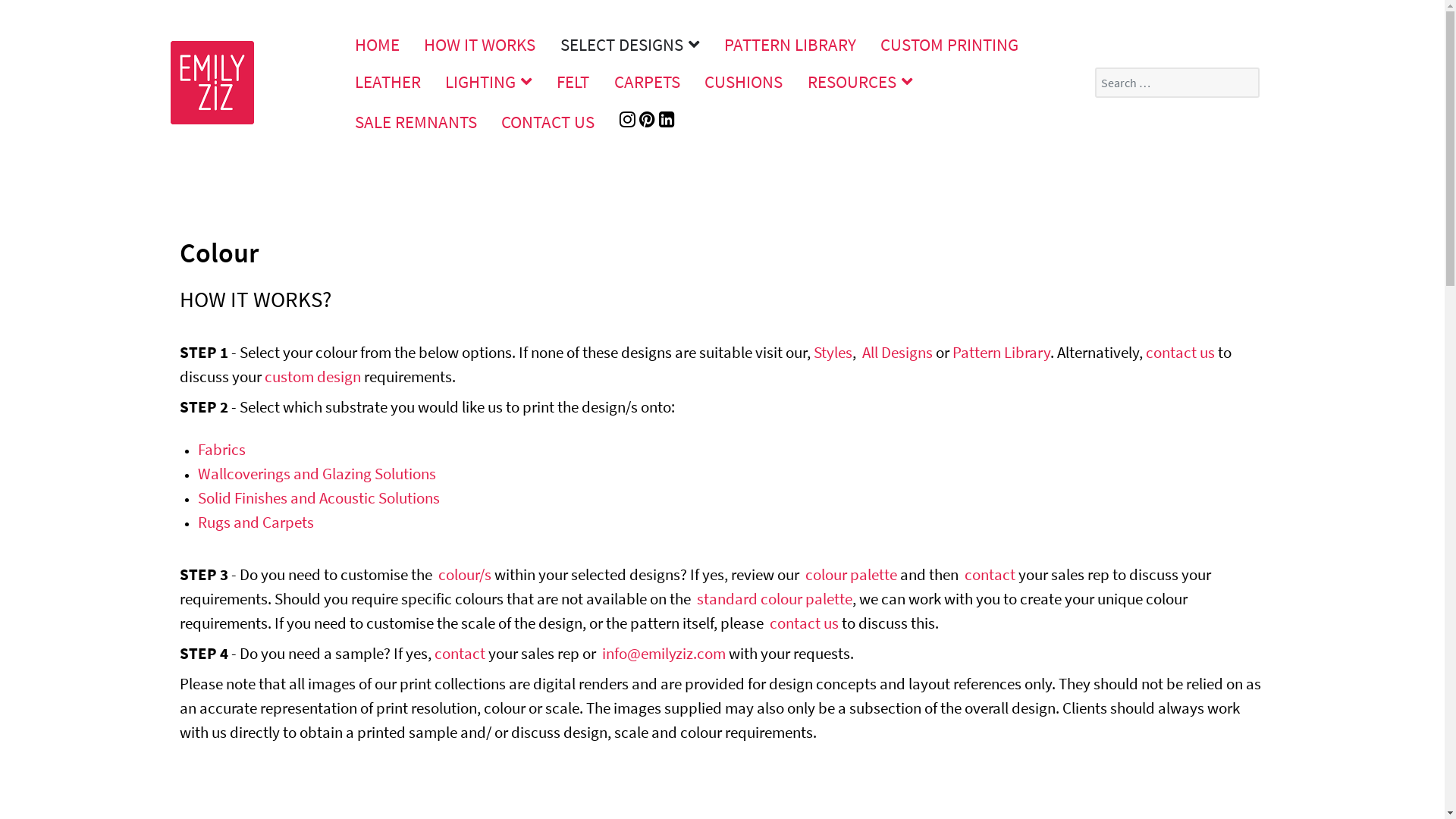 The width and height of the screenshot is (1456, 819). I want to click on 'RESOURCES', so click(795, 81).